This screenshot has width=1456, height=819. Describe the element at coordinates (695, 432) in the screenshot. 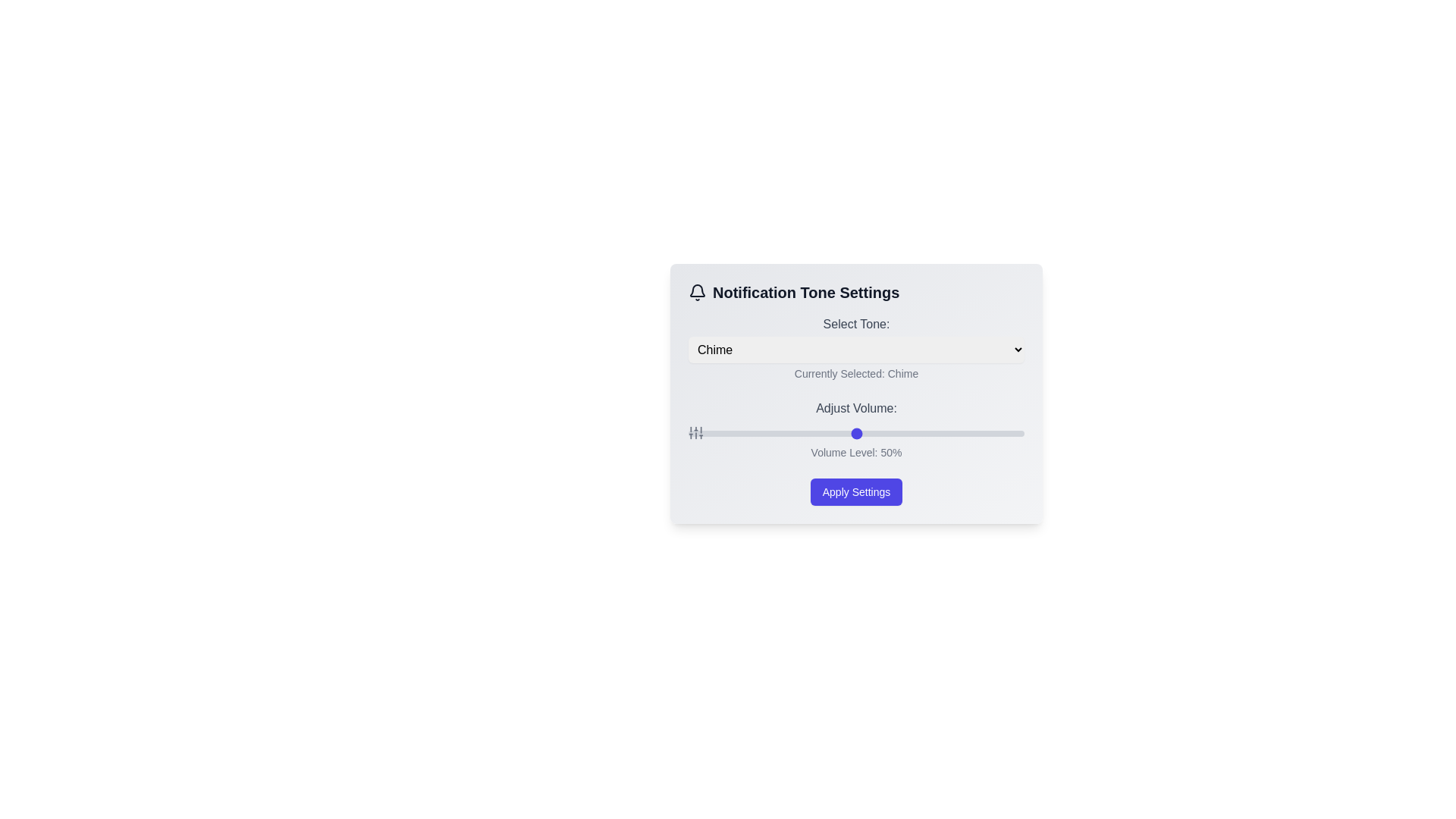

I see `the vertical sliders icon, which is styled in gray and positioned to the left of the horizontal slider labeled 'Volume Level: 50%'` at that location.